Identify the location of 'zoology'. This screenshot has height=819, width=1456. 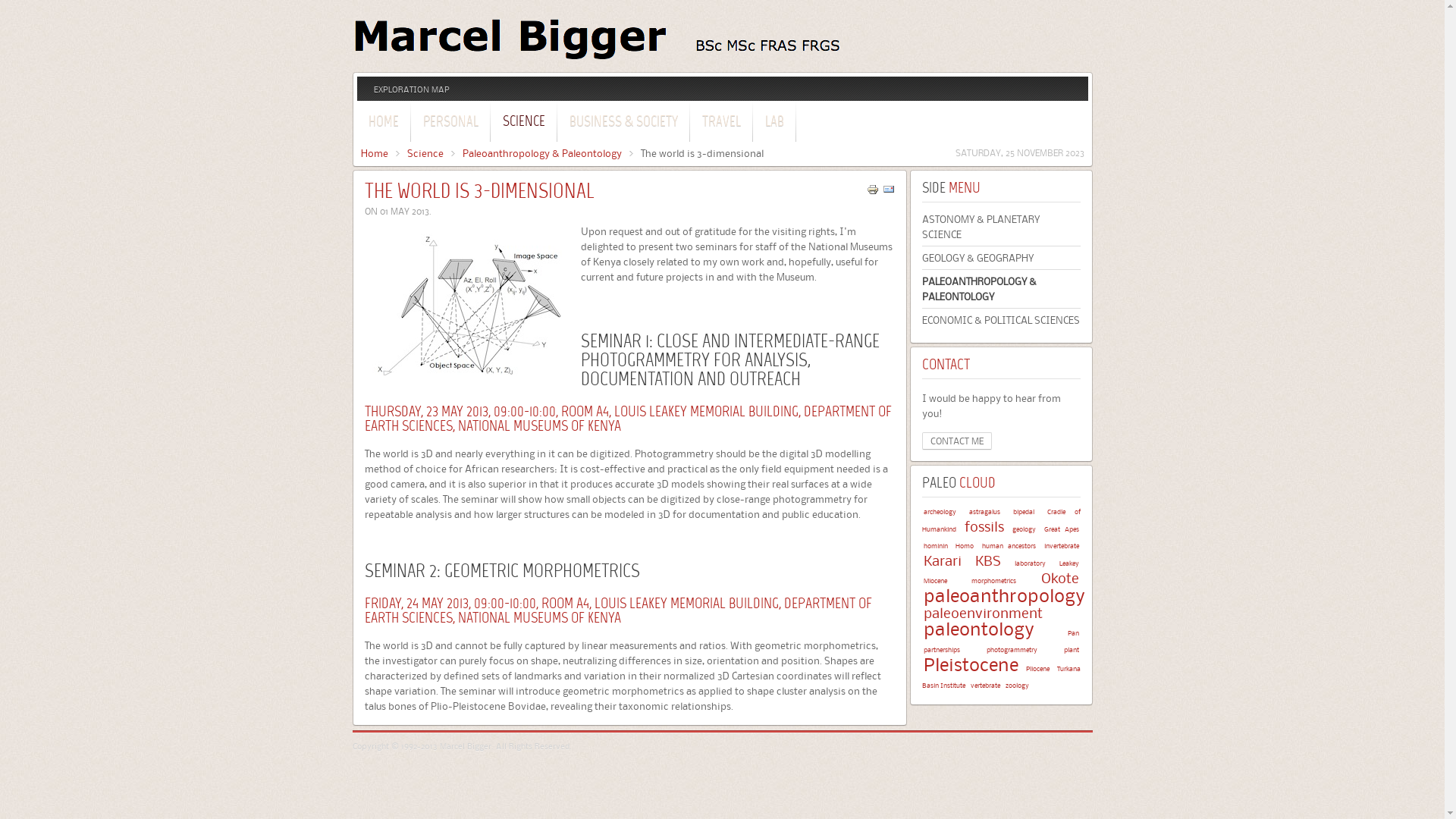
(1017, 685).